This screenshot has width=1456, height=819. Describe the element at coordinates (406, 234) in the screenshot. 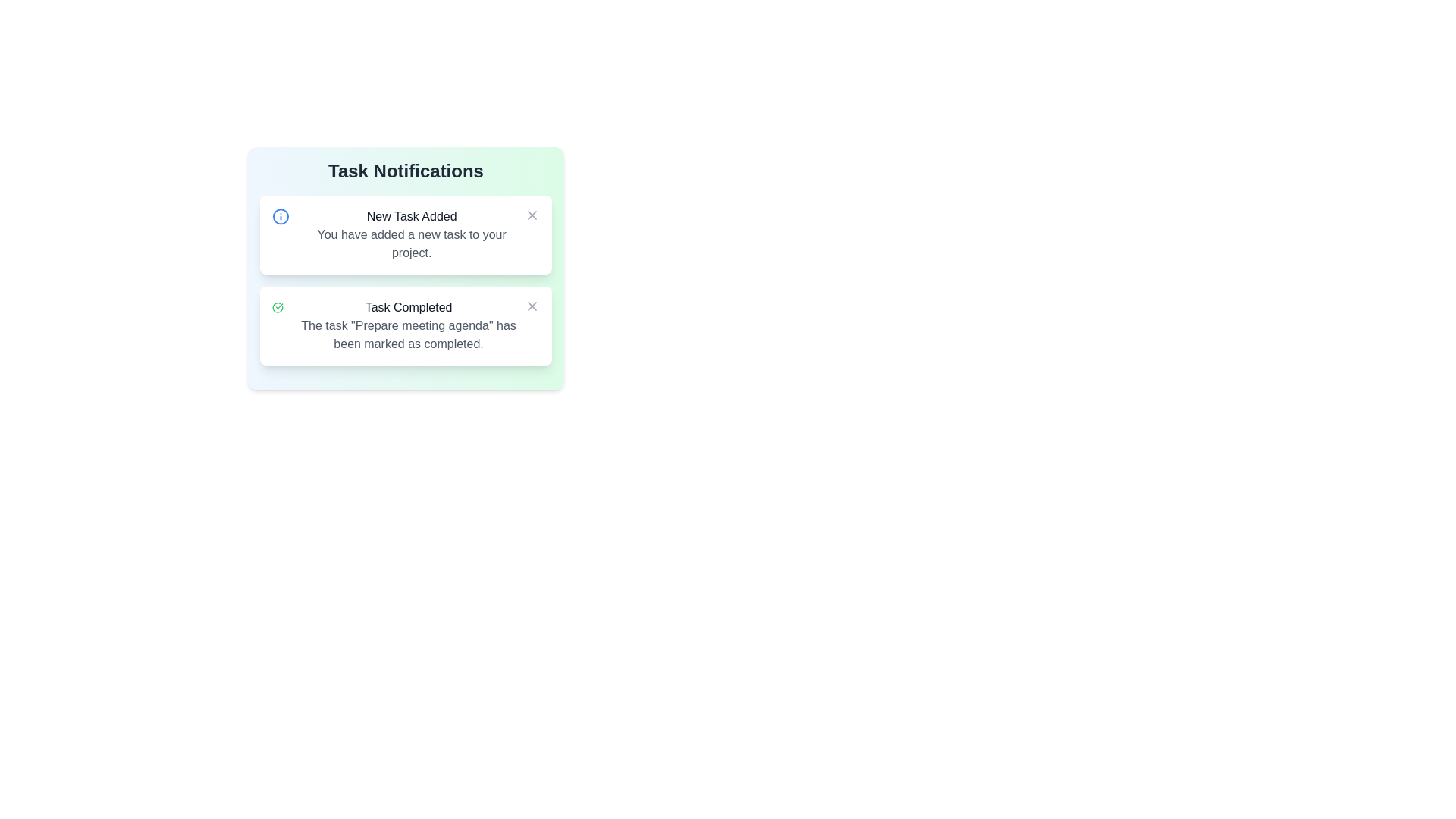

I see `the notification 1 to read its details` at that location.